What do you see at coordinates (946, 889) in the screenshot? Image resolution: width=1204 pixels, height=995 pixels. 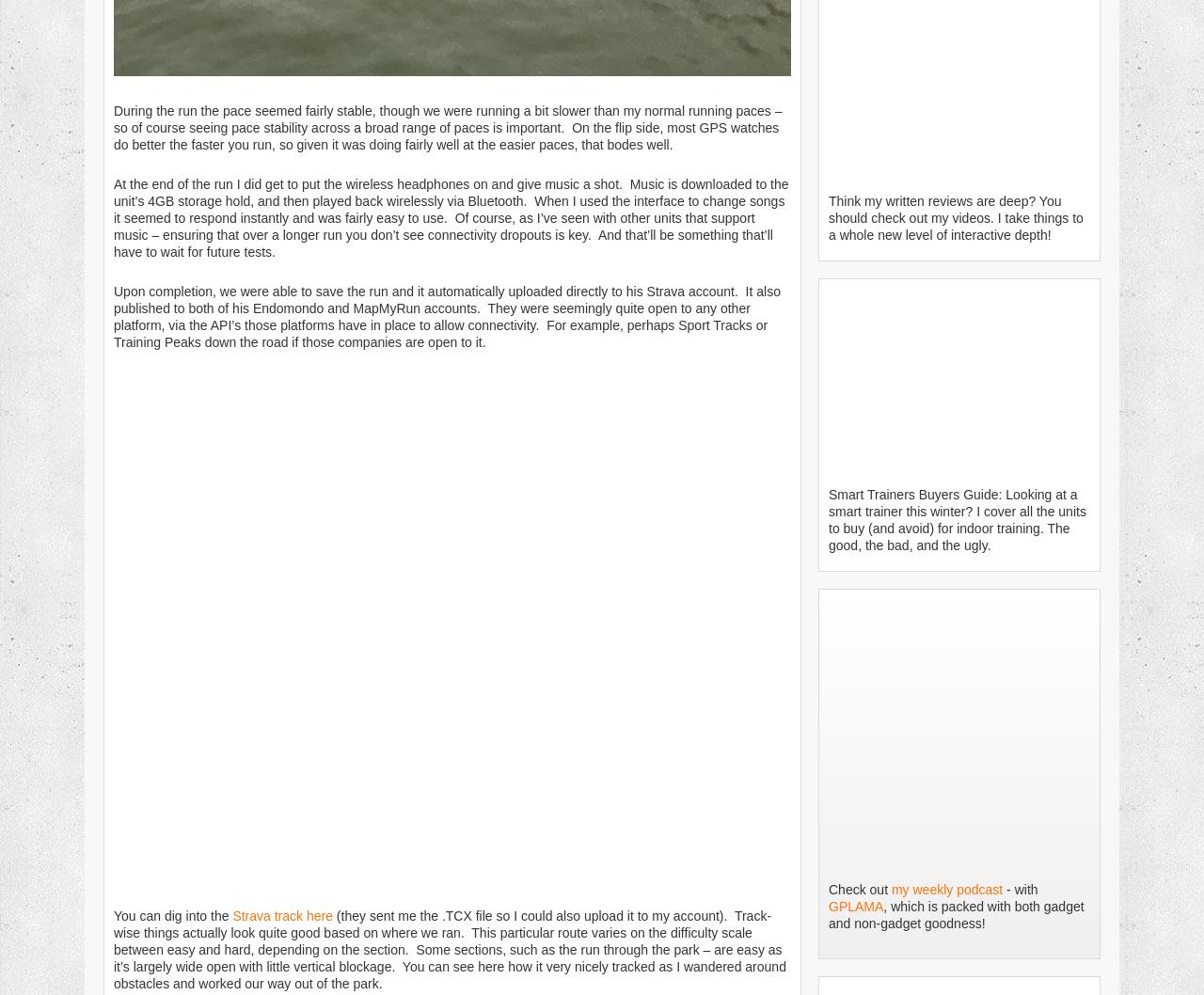 I see `'my weekly podcast'` at bounding box center [946, 889].